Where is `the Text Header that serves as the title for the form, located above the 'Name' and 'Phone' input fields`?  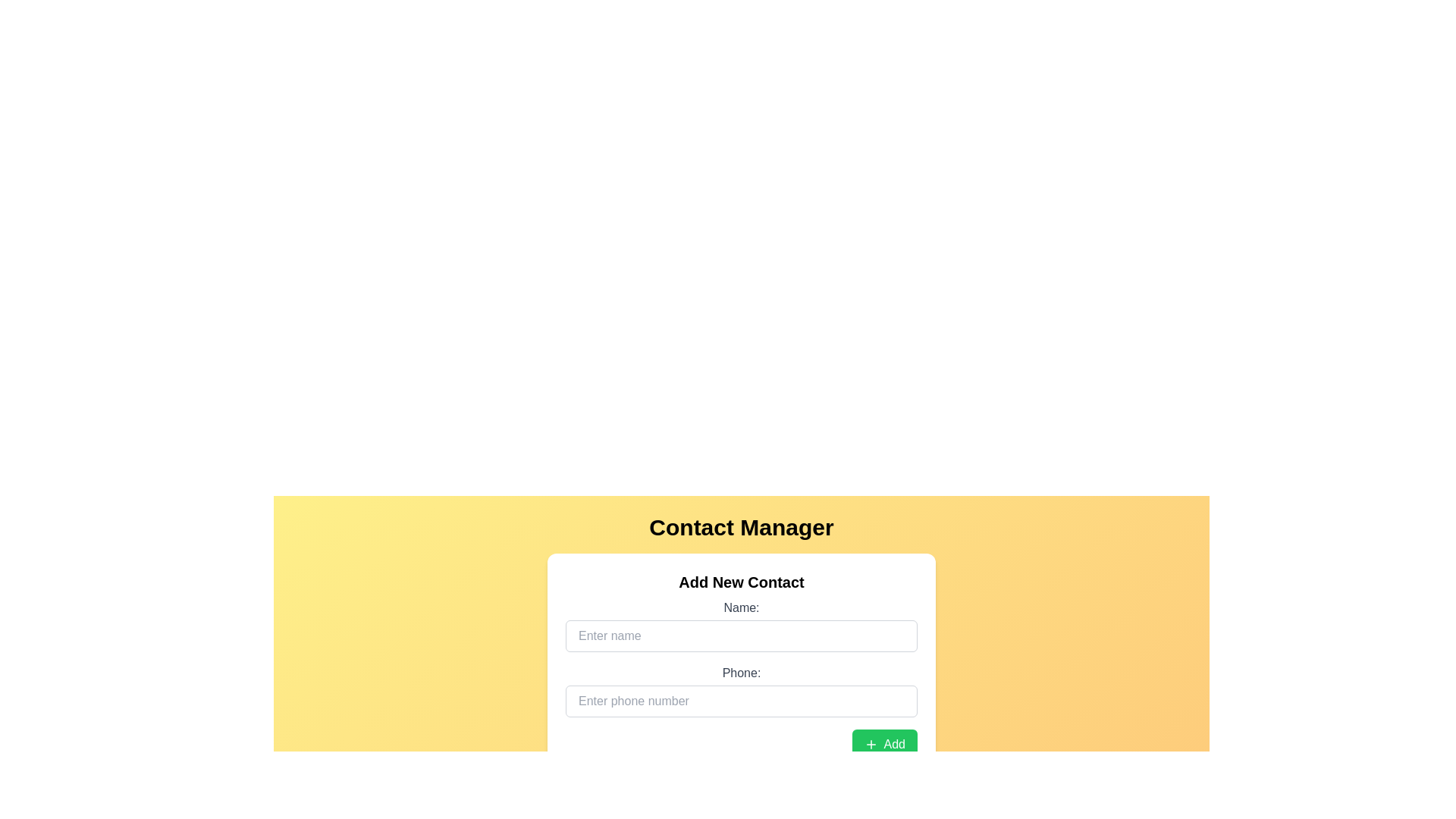 the Text Header that serves as the title for the form, located above the 'Name' and 'Phone' input fields is located at coordinates (742, 581).